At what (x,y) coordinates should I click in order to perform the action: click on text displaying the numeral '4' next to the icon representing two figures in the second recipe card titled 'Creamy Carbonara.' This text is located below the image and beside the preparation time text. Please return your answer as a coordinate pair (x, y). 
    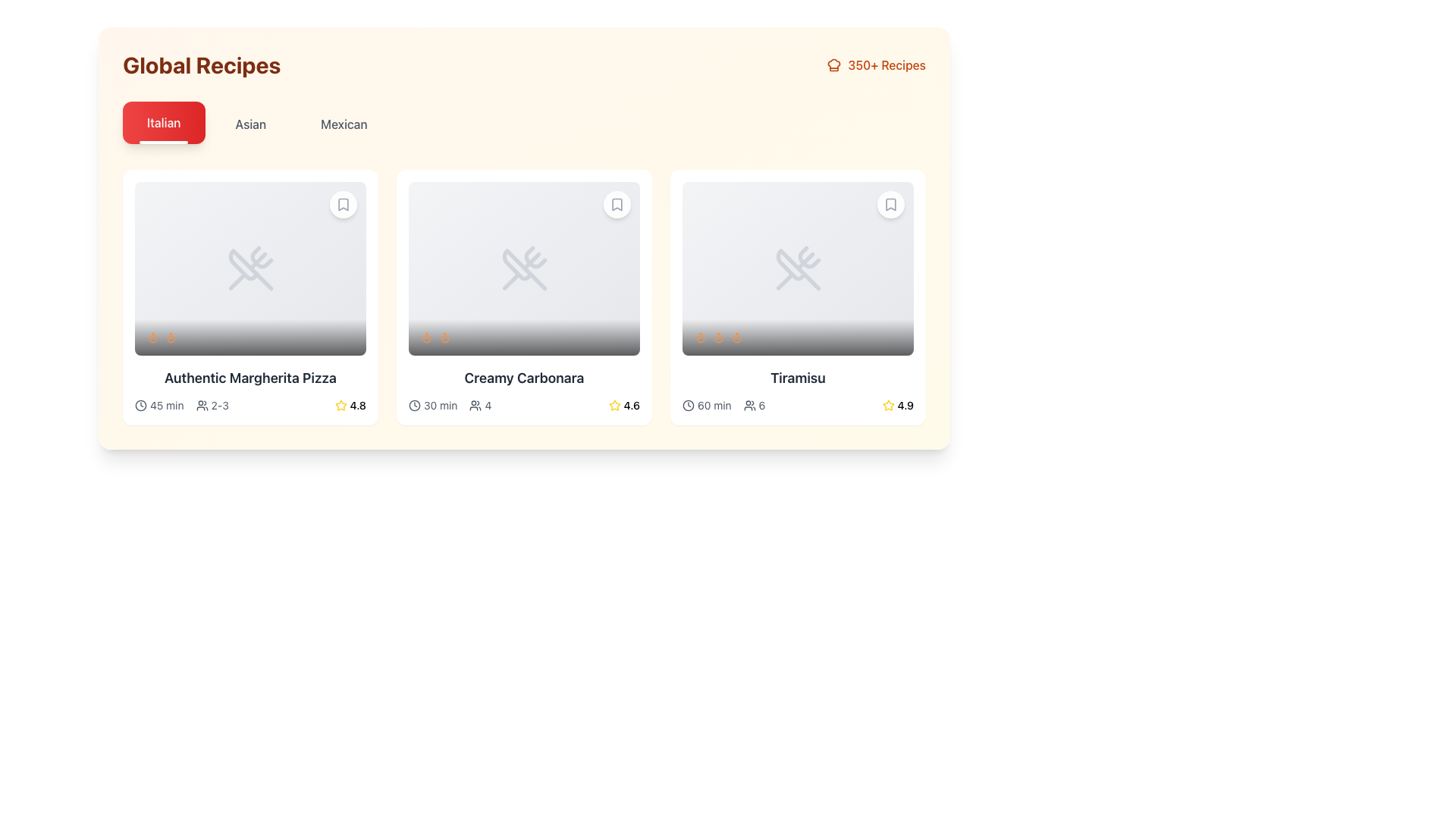
    Looking at the image, I should click on (479, 404).